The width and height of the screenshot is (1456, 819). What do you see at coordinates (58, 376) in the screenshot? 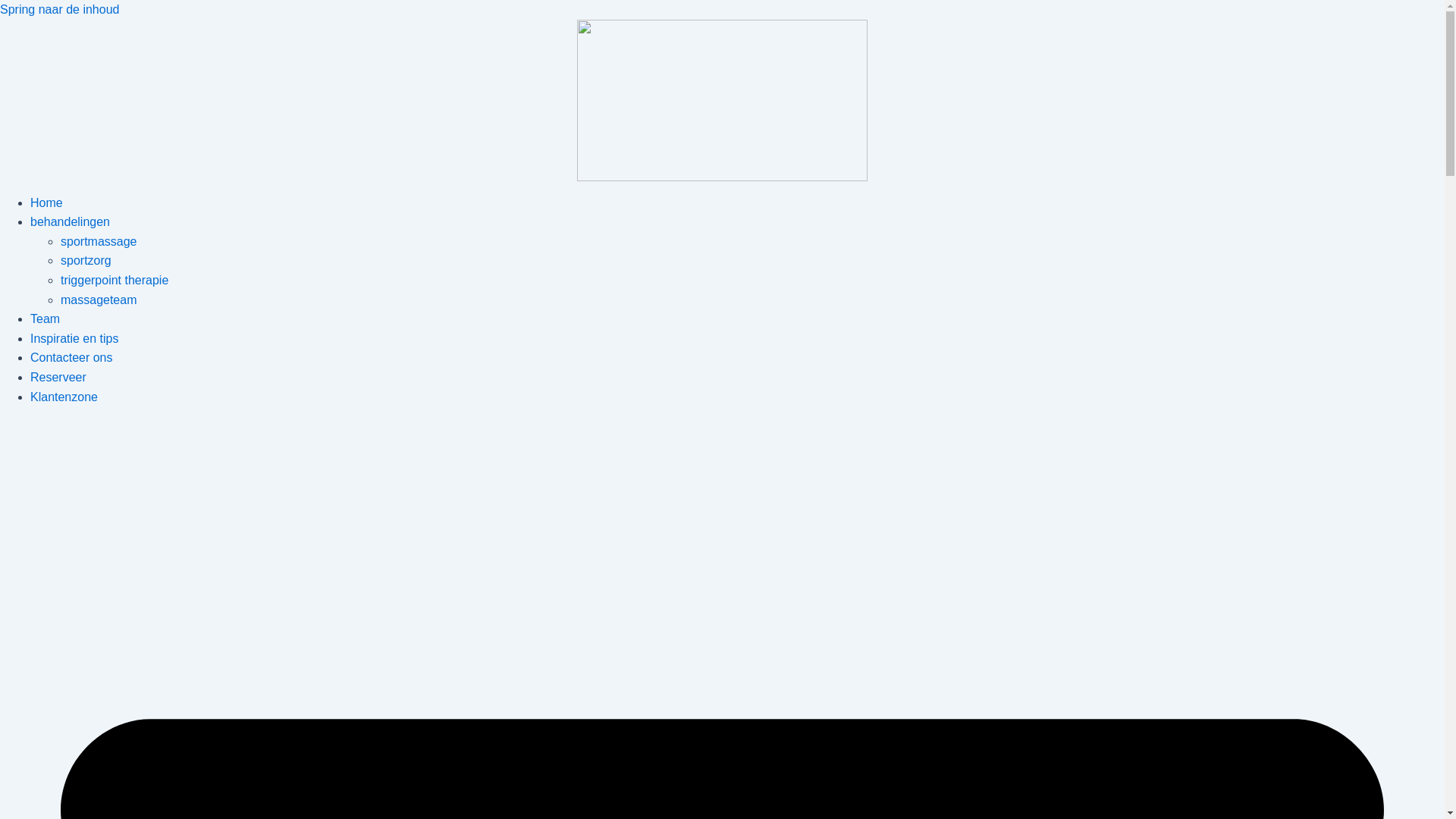
I see `'Reserveer'` at bounding box center [58, 376].